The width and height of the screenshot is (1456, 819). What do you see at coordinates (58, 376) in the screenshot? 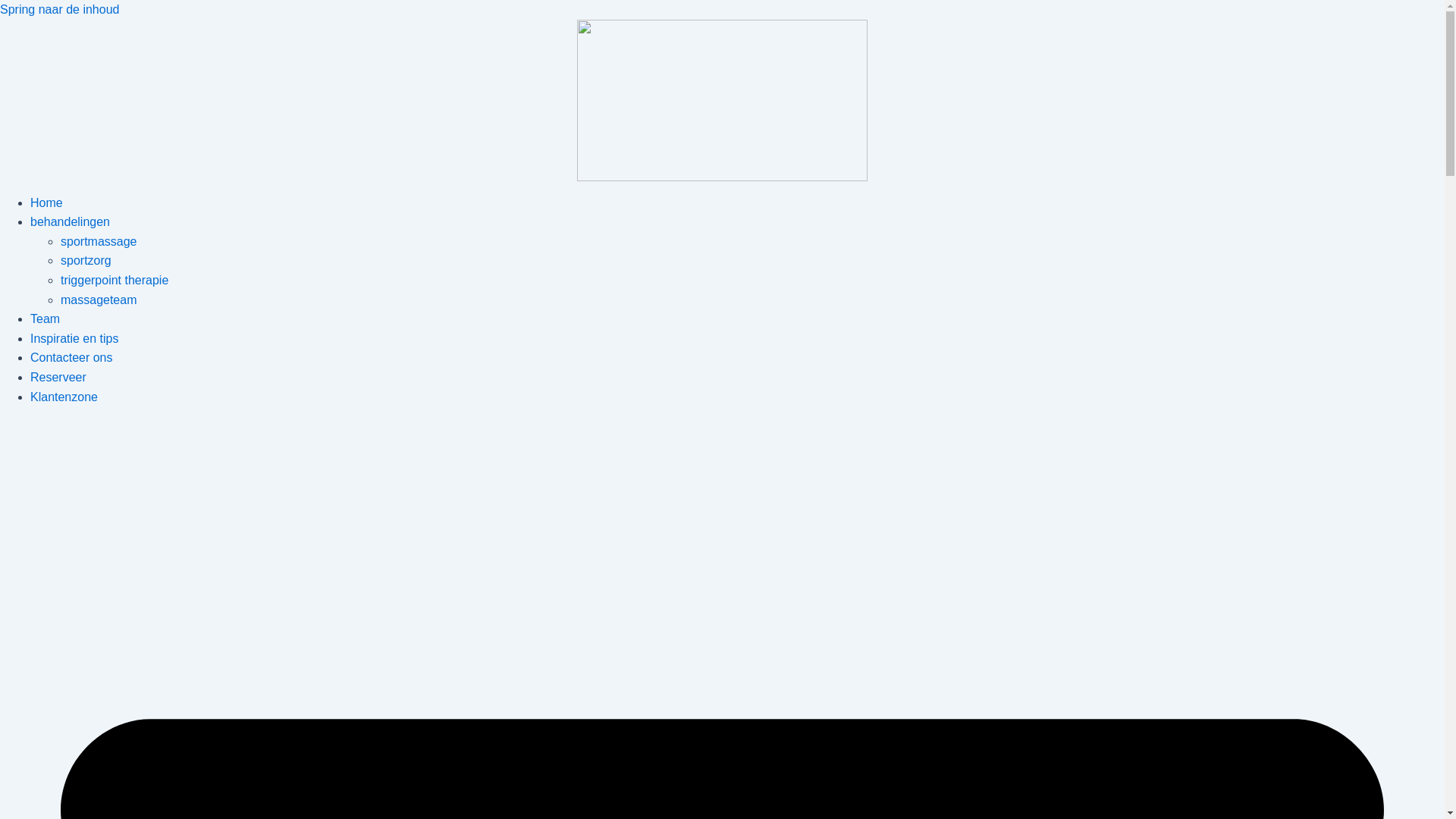
I see `'Reserveer'` at bounding box center [58, 376].